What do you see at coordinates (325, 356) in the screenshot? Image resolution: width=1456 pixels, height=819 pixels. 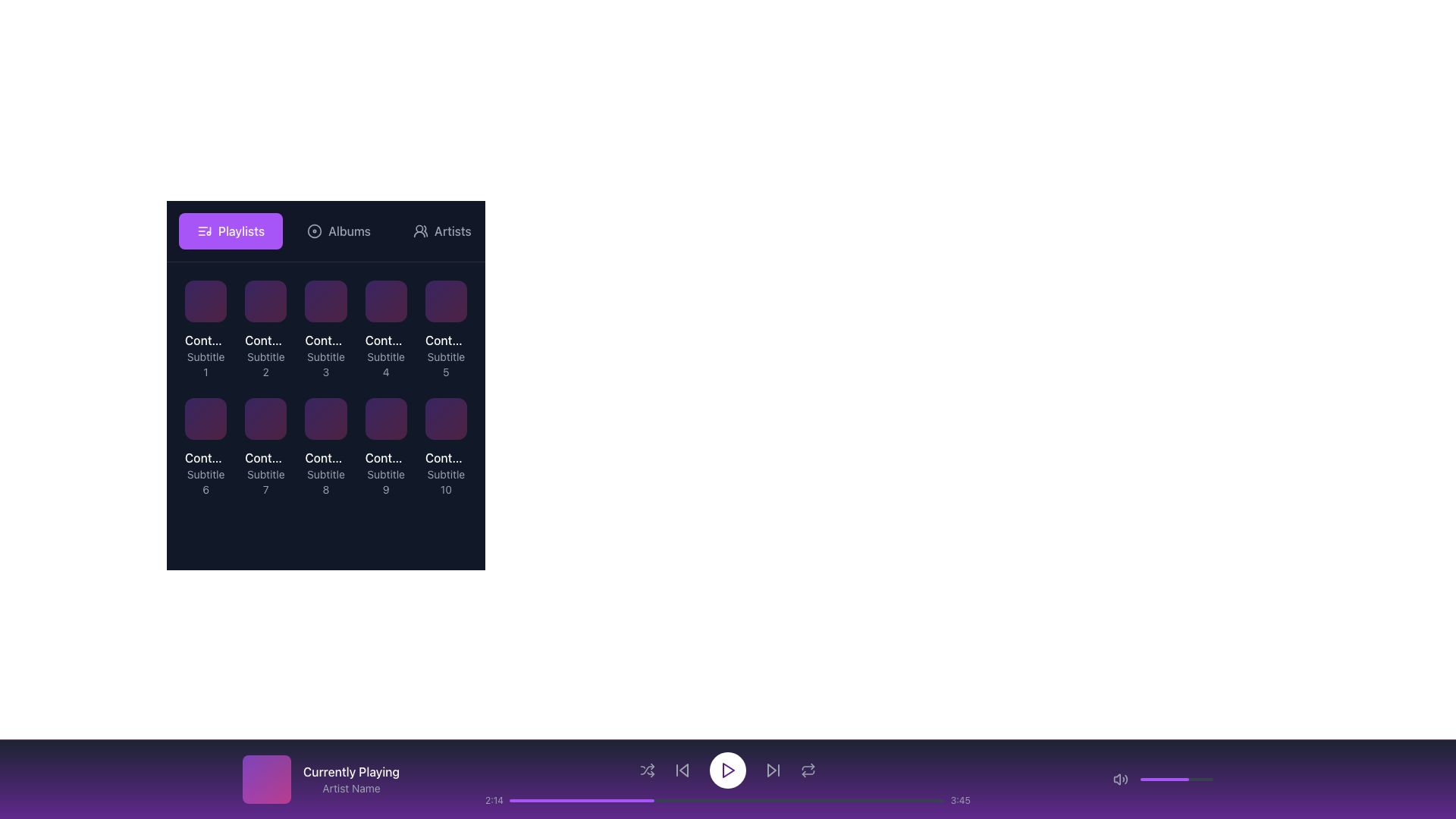 I see `associated controls` at bounding box center [325, 356].